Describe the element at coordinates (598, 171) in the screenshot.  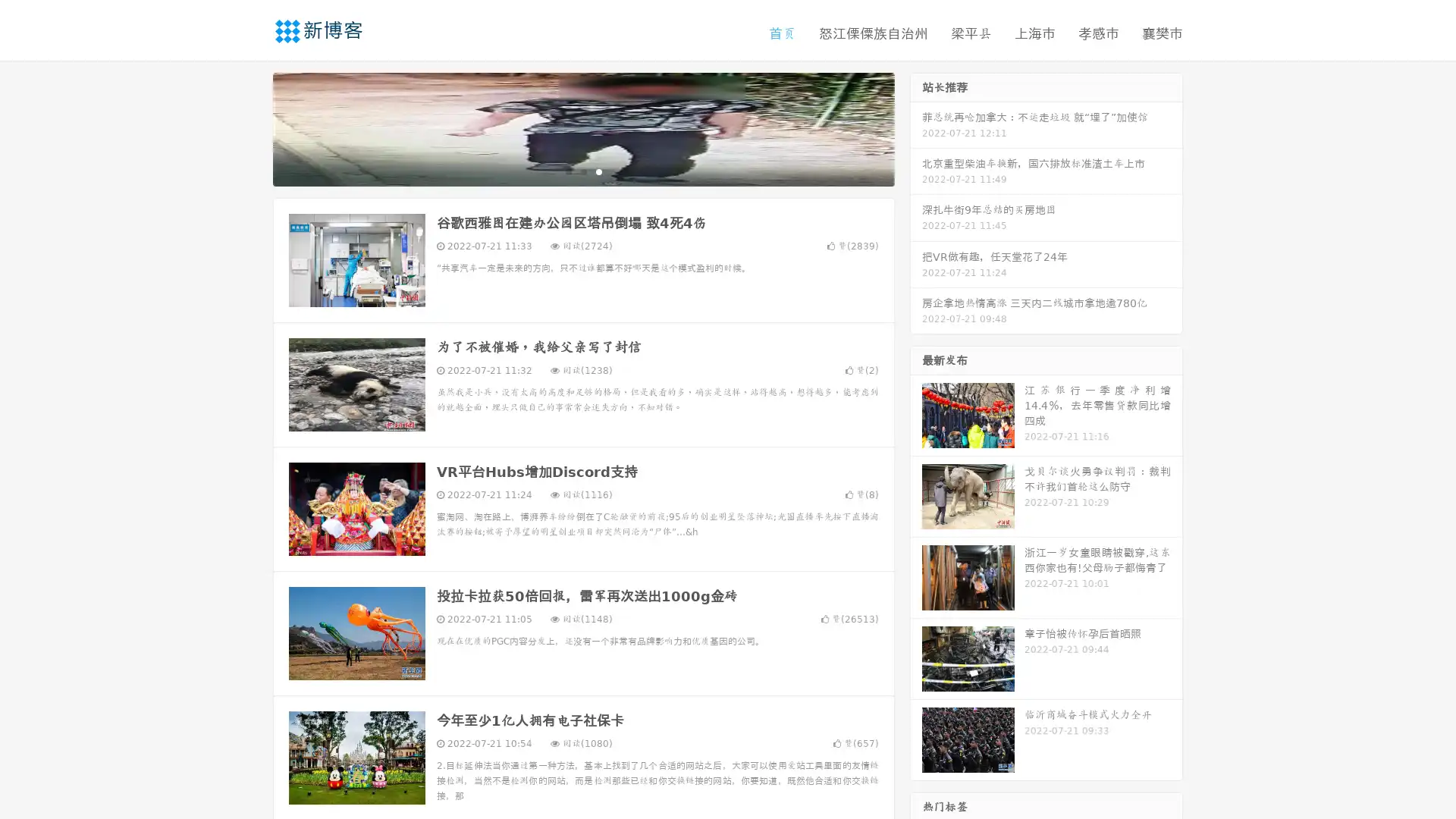
I see `Go to slide 3` at that location.